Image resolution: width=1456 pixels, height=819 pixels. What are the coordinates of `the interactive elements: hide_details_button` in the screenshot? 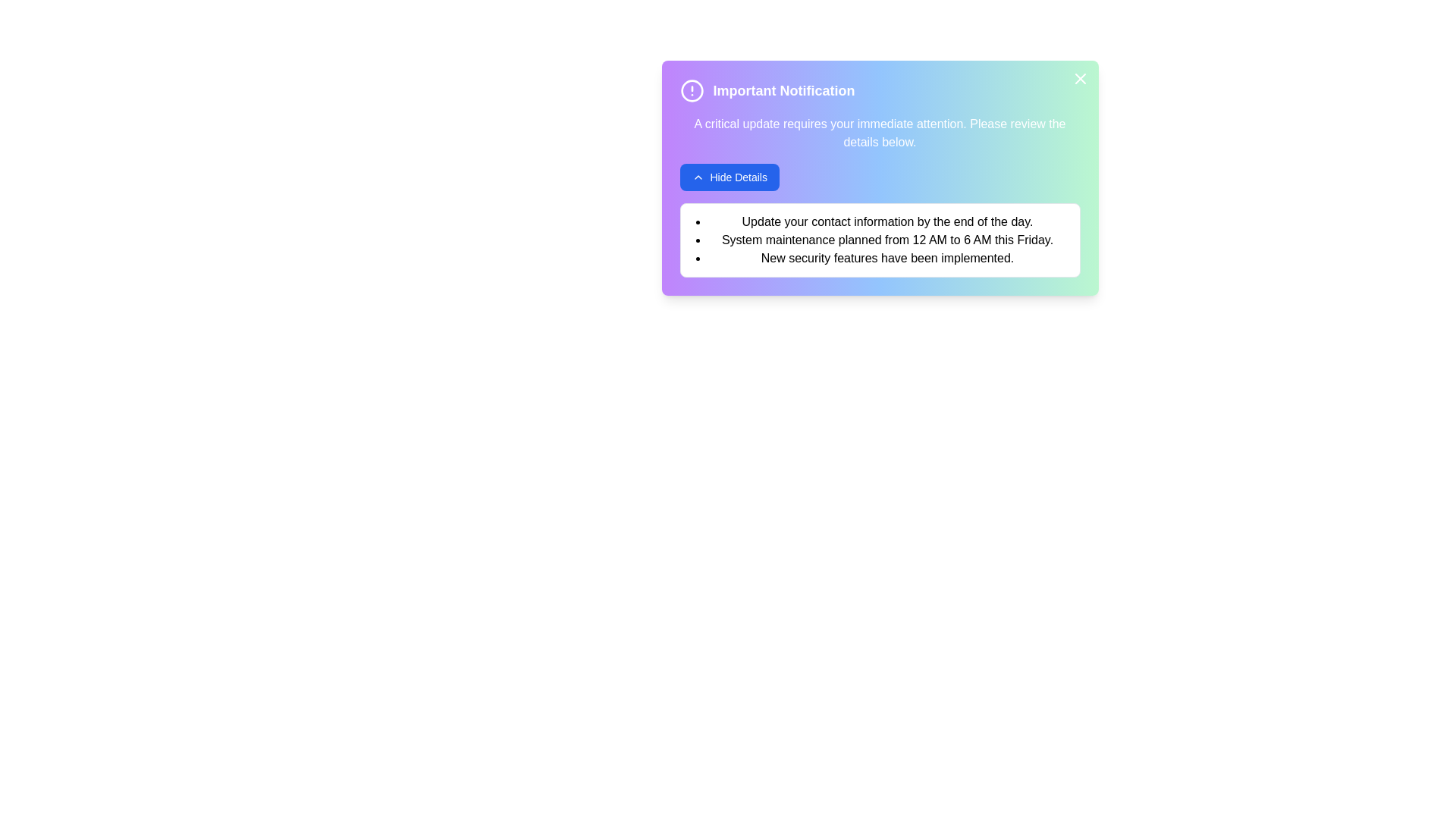 It's located at (730, 177).